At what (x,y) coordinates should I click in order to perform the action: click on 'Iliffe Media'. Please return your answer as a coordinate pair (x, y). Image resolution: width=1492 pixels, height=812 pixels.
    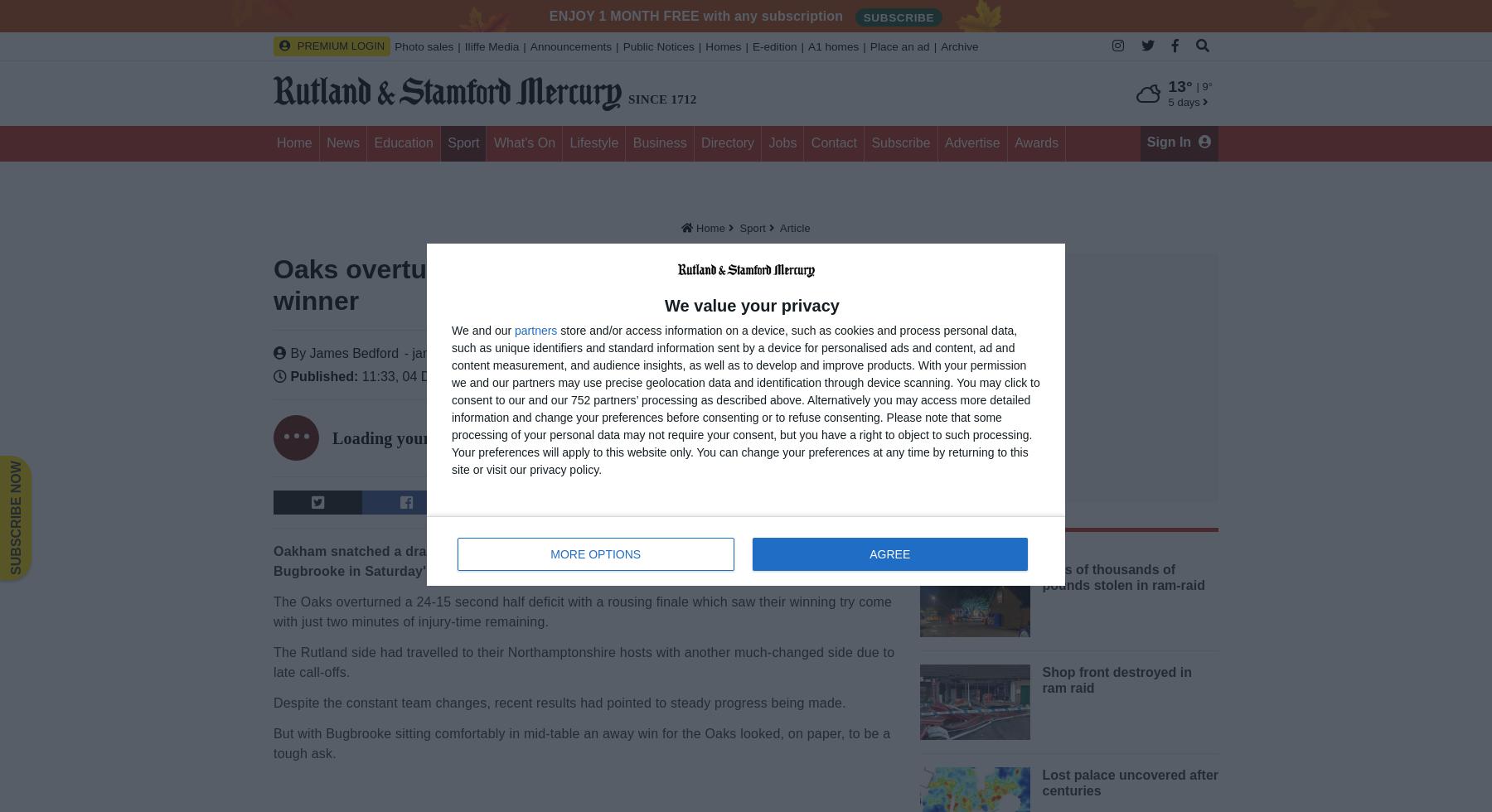
    Looking at the image, I should click on (491, 46).